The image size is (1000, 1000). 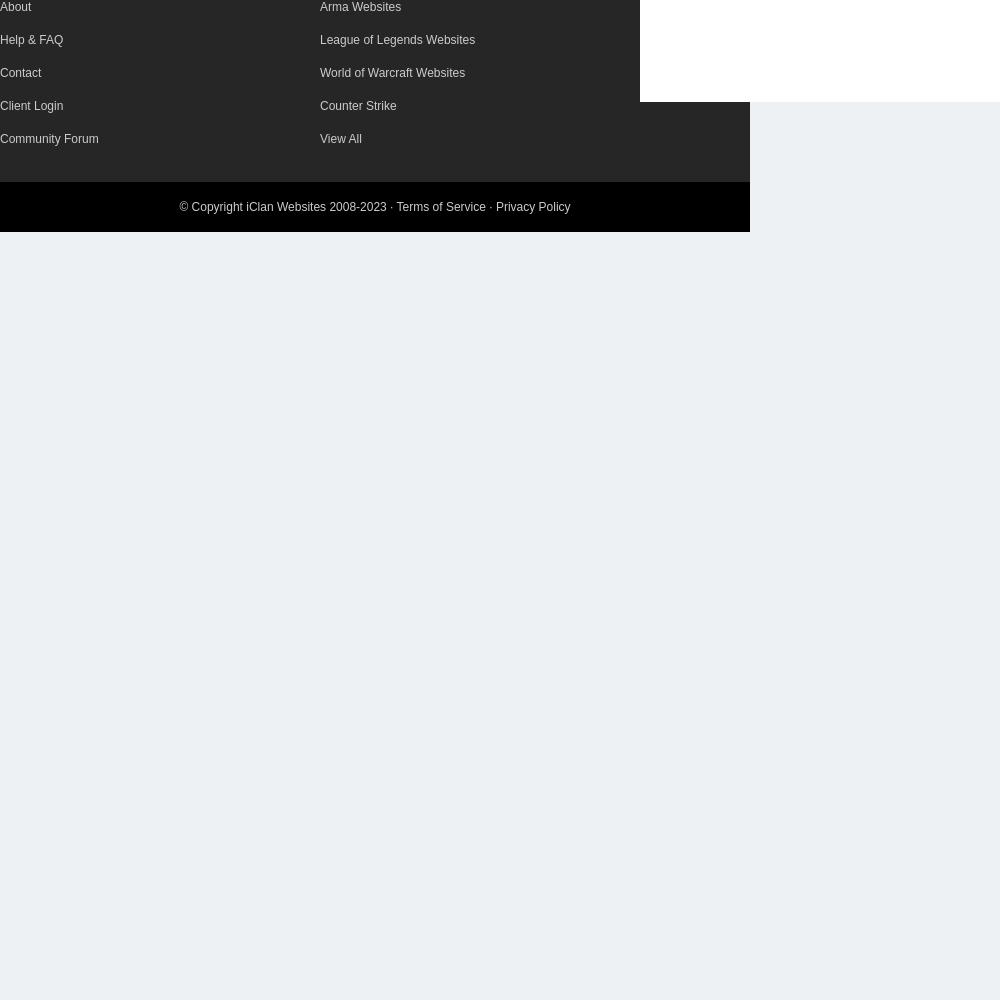 What do you see at coordinates (20, 72) in the screenshot?
I see `'Contact'` at bounding box center [20, 72].